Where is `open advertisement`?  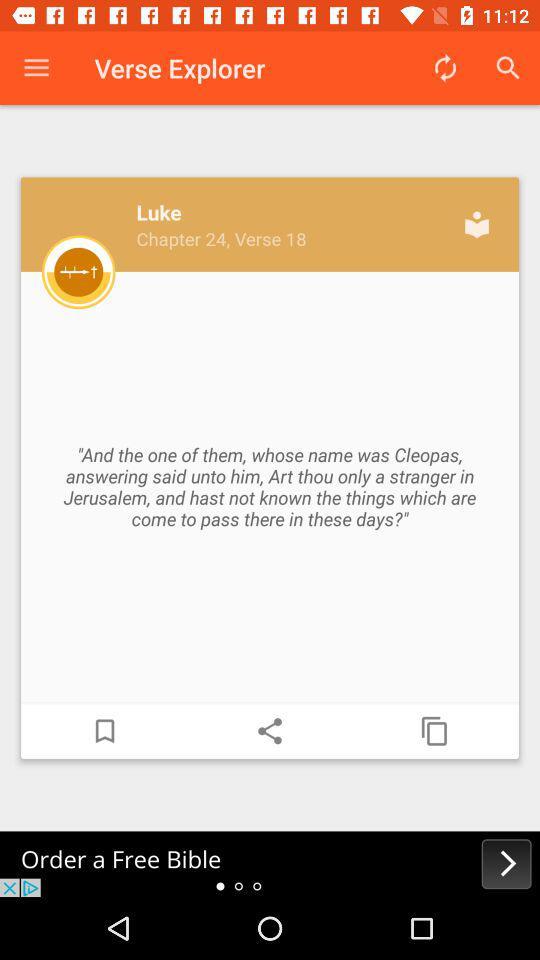 open advertisement is located at coordinates (270, 863).